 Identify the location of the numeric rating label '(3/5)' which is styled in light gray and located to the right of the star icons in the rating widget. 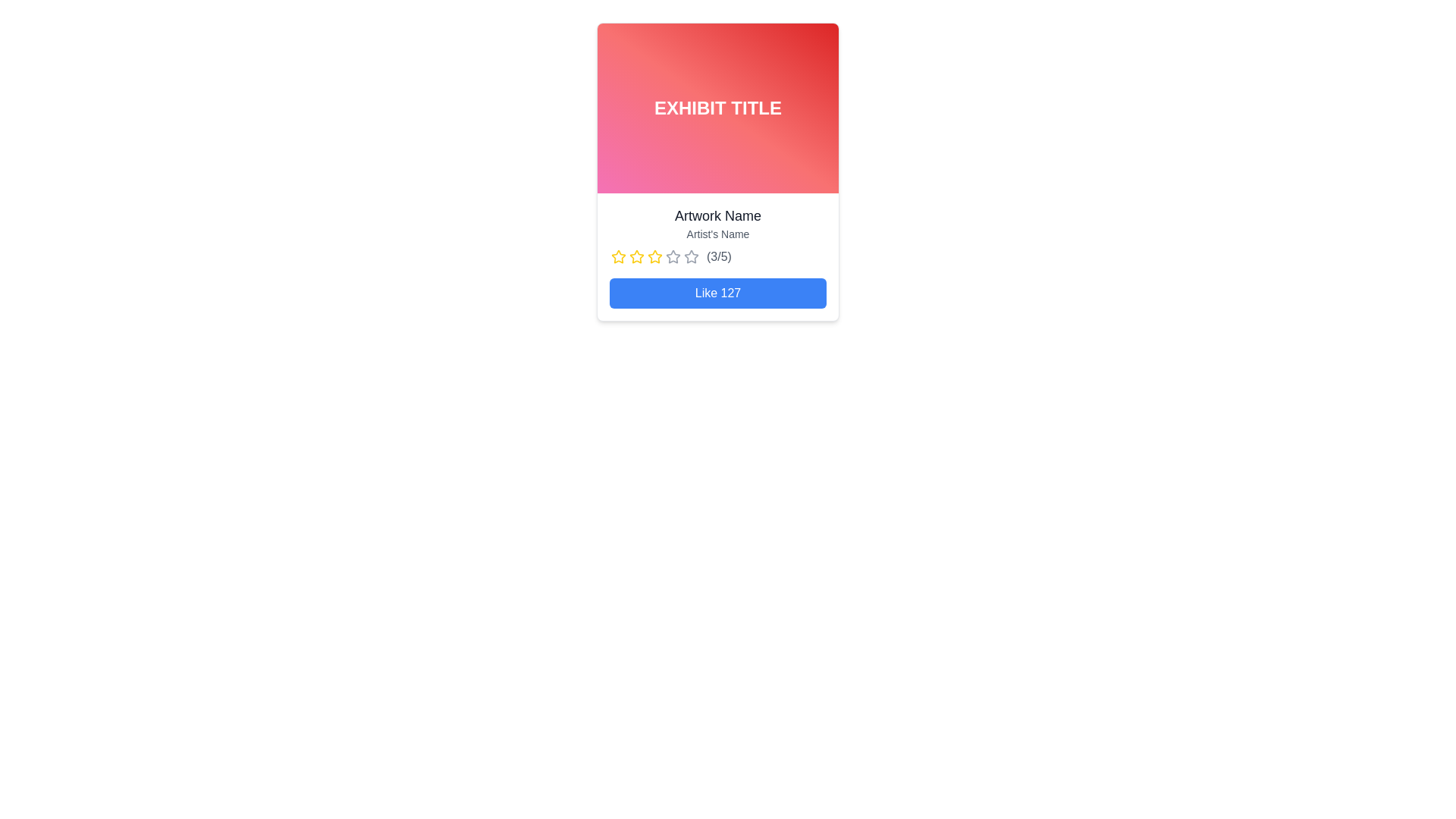
(717, 256).